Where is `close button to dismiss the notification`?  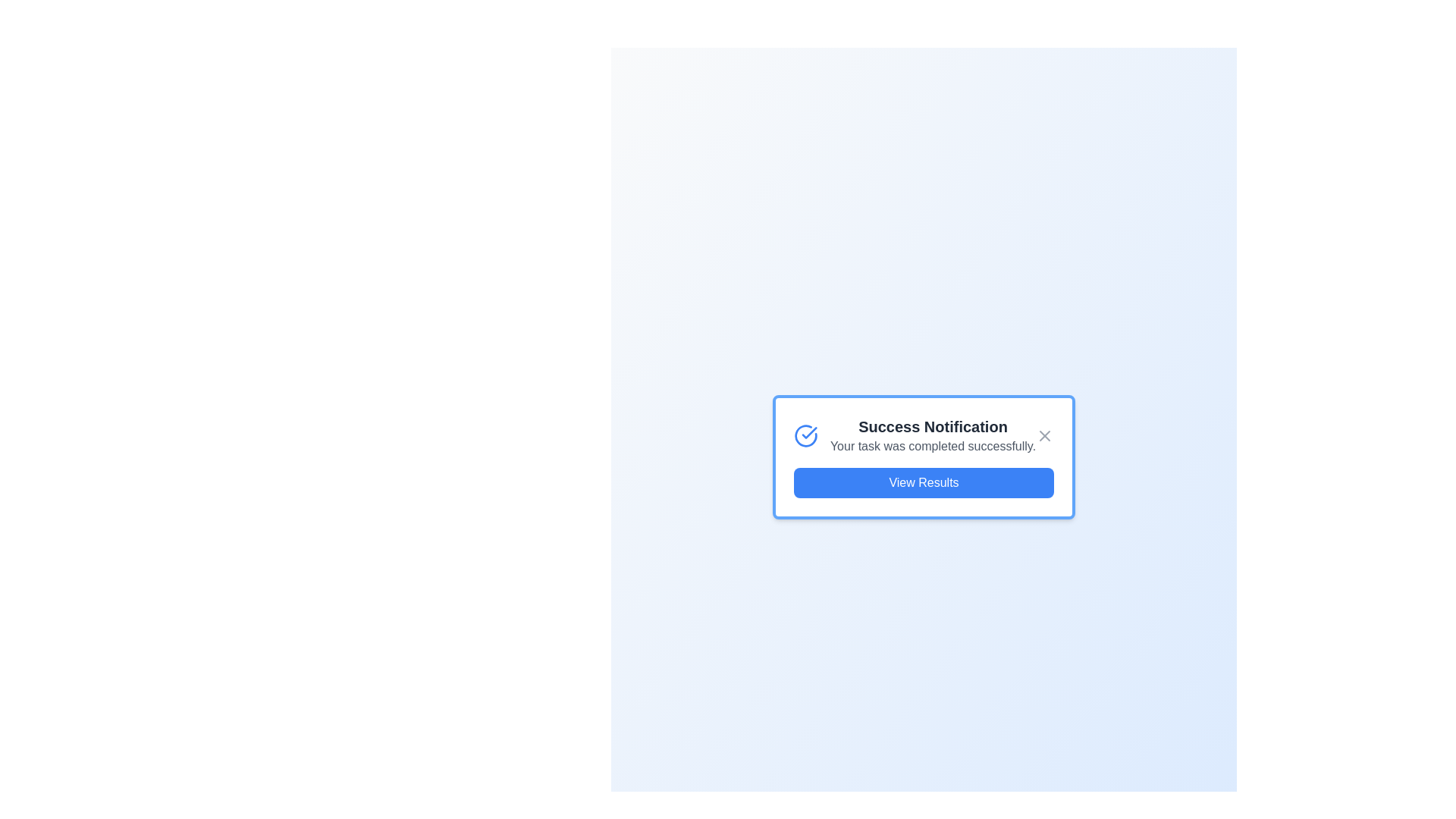
close button to dismiss the notification is located at coordinates (1044, 435).